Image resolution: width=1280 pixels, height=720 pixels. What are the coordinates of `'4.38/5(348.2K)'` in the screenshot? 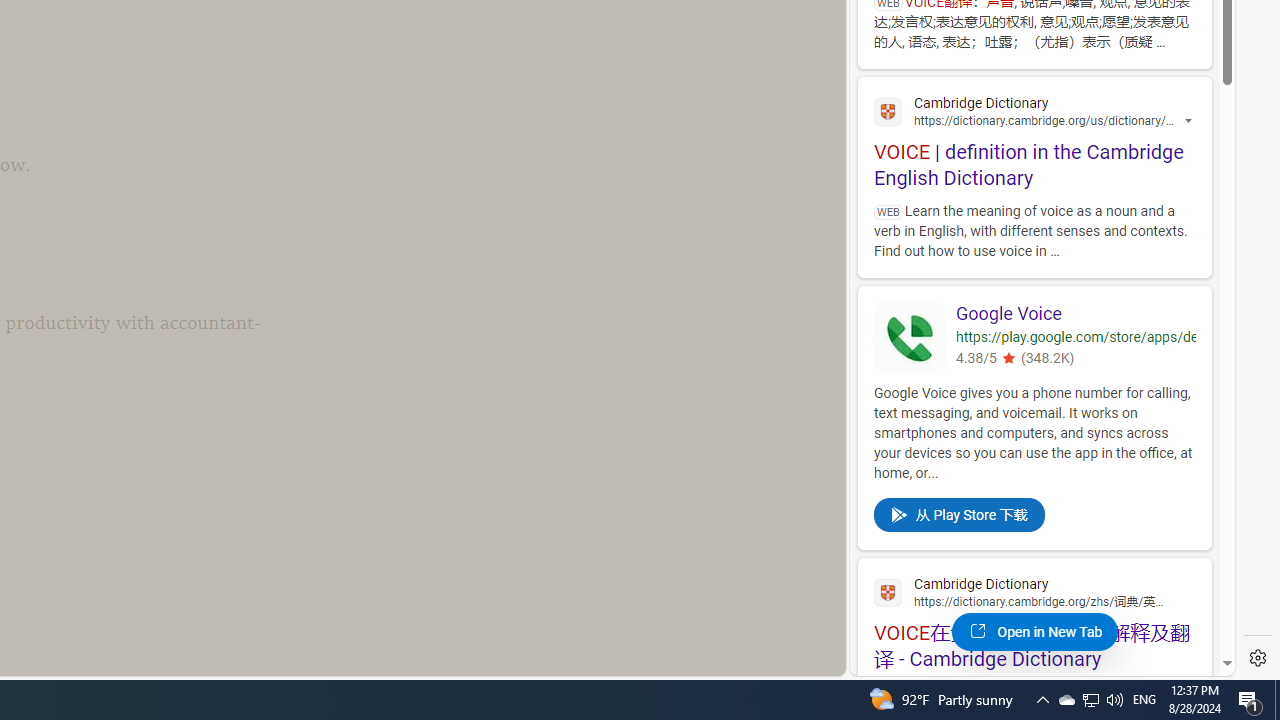 It's located at (1074, 360).